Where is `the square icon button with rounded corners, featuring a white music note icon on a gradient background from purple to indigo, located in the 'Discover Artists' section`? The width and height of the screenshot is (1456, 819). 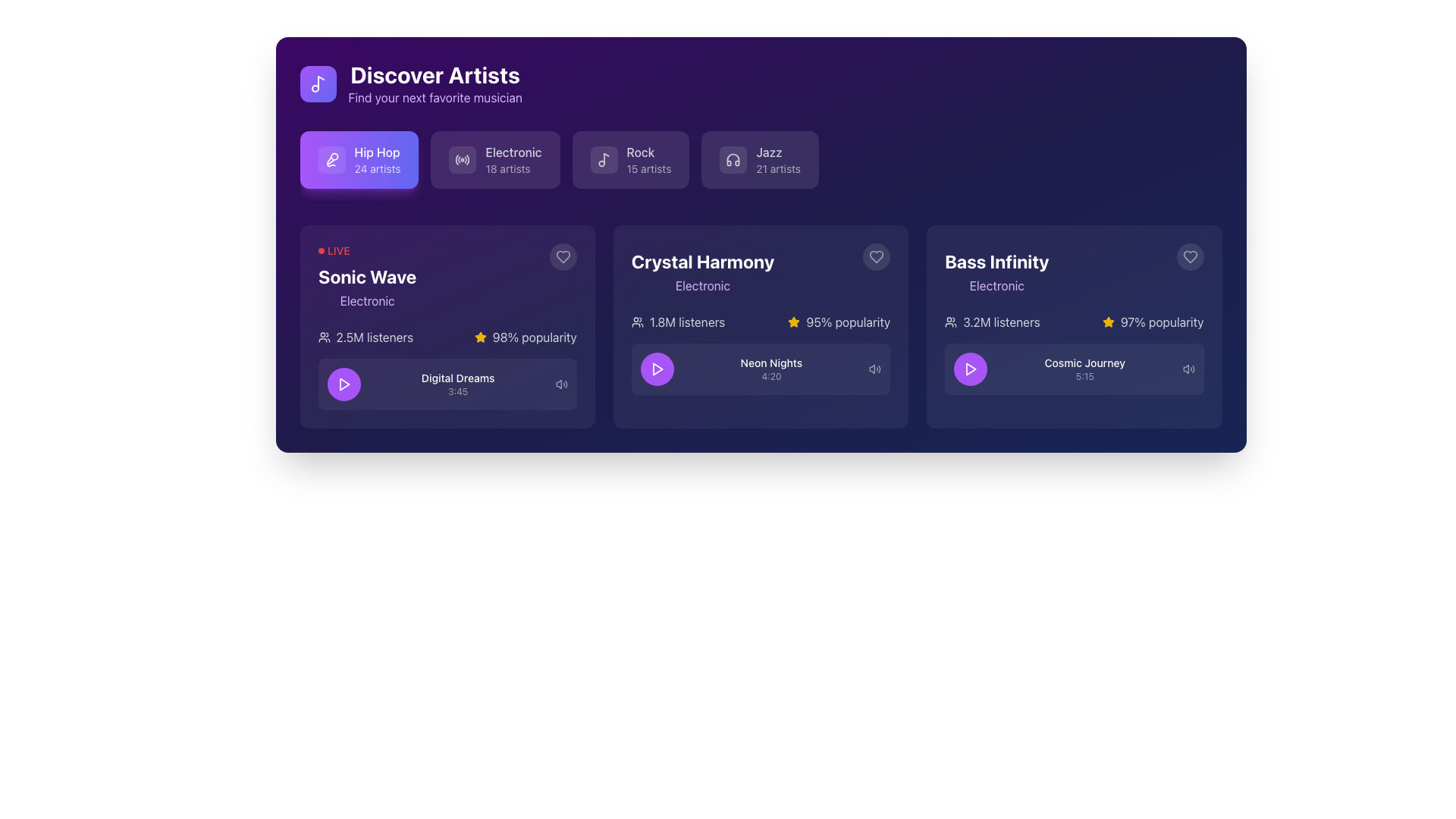
the square icon button with rounded corners, featuring a white music note icon on a gradient background from purple to indigo, located in the 'Discover Artists' section is located at coordinates (317, 84).